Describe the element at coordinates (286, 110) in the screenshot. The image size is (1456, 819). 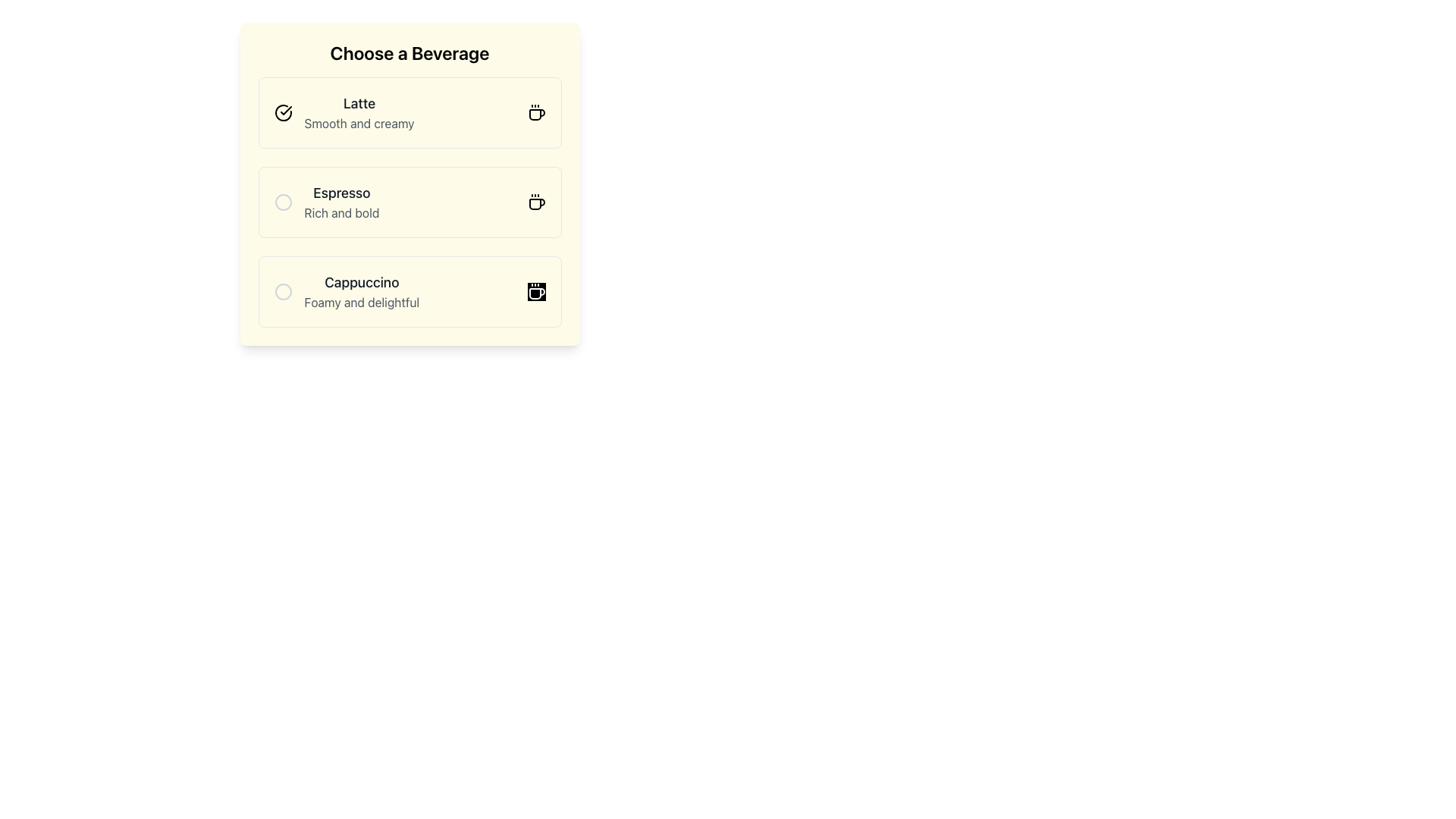
I see `the SVG graphic indicating the selection of the 'Latte' option, located slightly to the left of the 'Latte' label text` at that location.